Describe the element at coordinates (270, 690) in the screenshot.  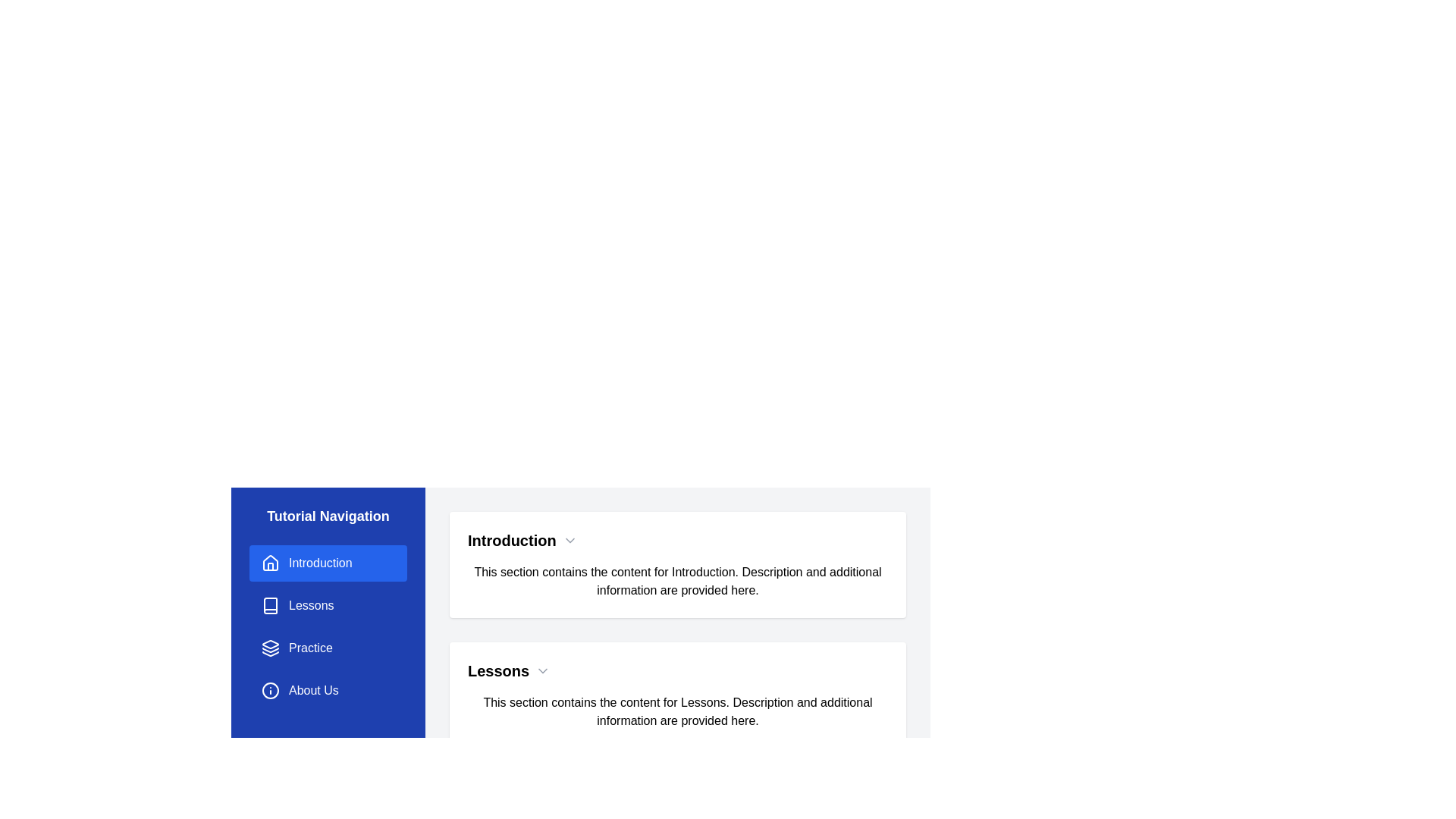
I see `the circular blue icon with a white outlined exclamation mark that is positioned next to the 'About Us' text` at that location.